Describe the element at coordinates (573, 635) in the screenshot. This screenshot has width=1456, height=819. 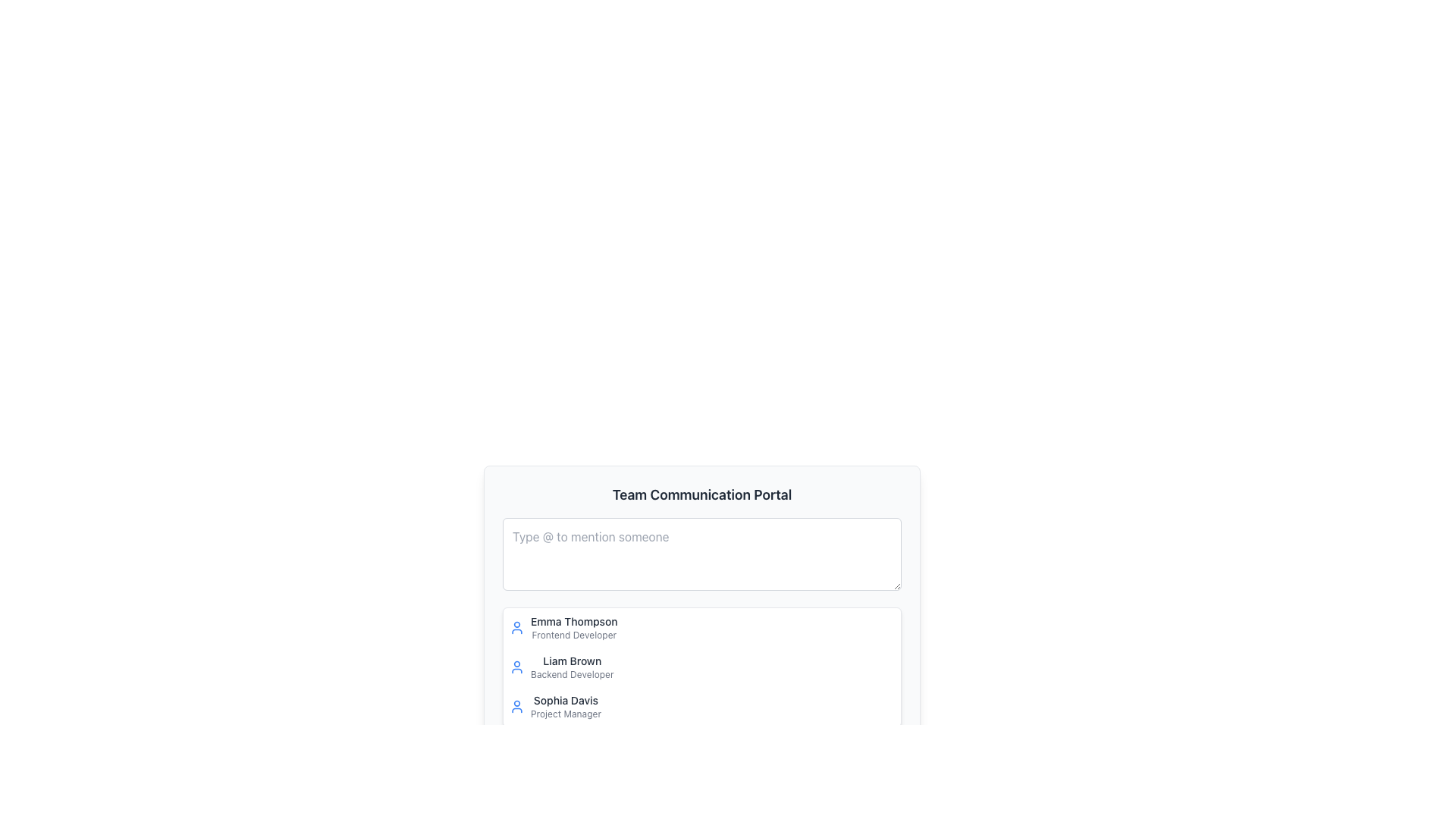
I see `the static text element that reads 'Frontend Developer', which is styled in small gray font and located below 'Emma Thompson' in a vertical list of name-title pairs` at that location.